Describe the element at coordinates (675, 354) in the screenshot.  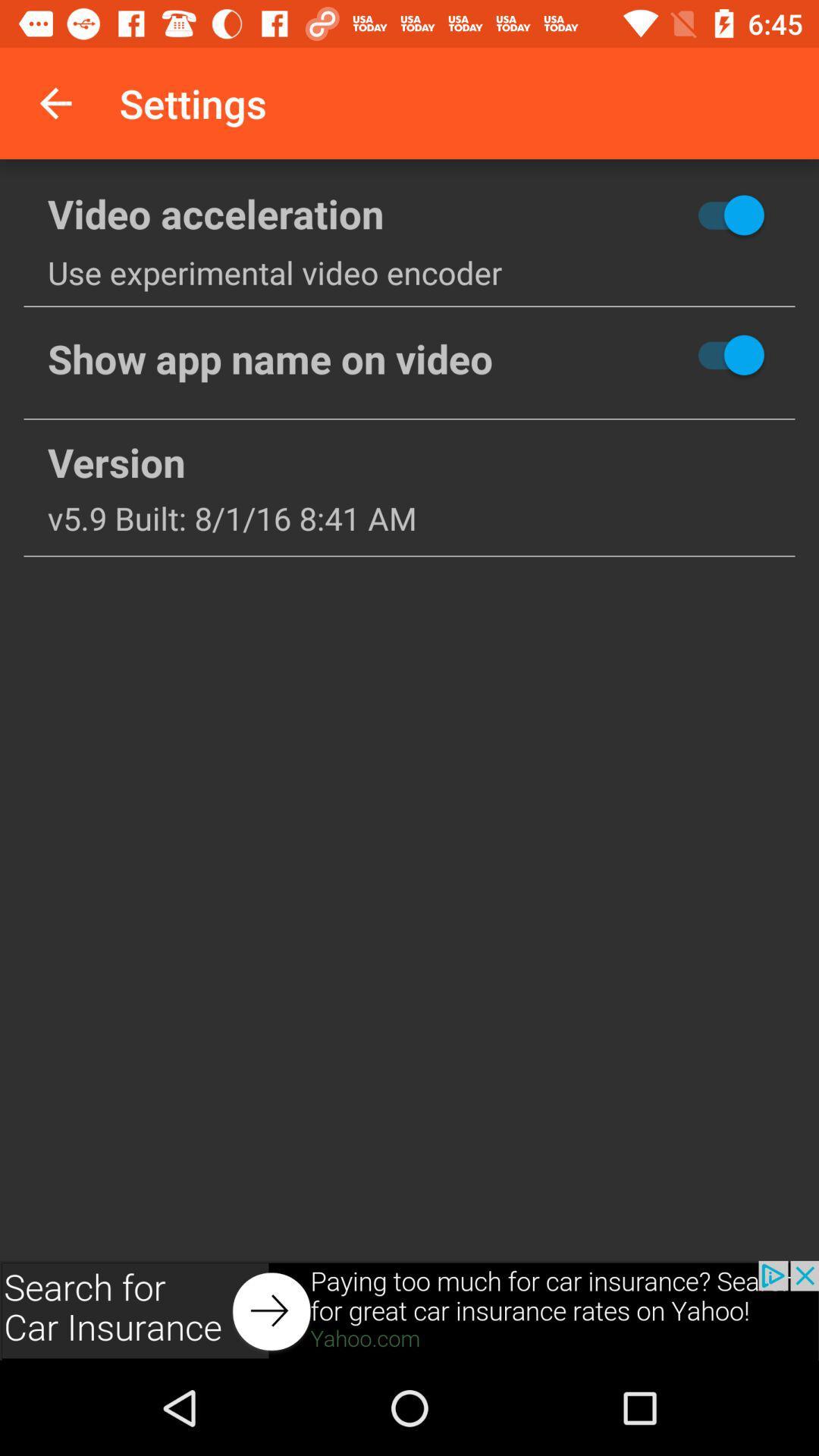
I see `hide button` at that location.